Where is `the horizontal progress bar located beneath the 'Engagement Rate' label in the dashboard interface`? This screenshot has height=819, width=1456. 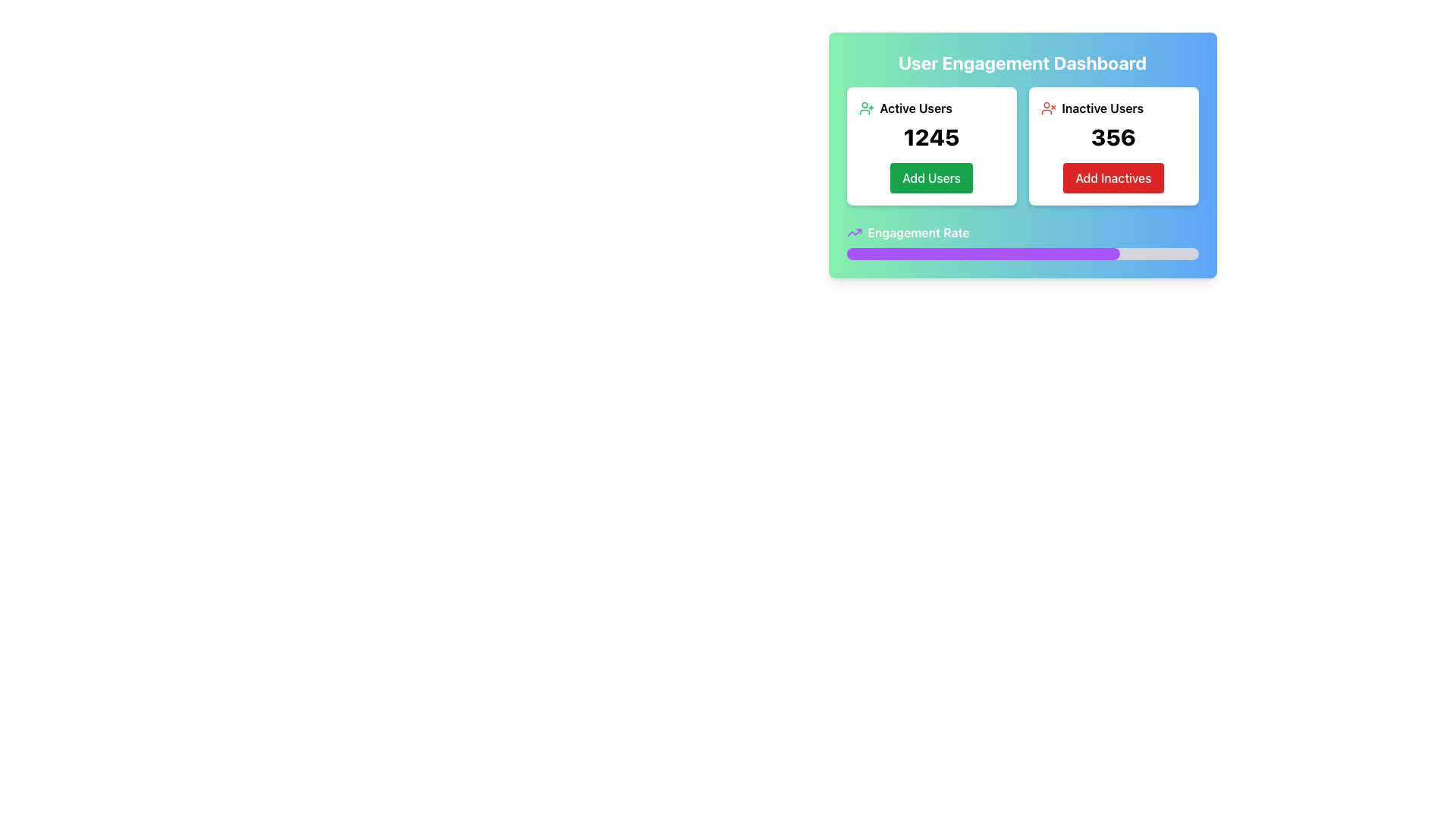
the horizontal progress bar located beneath the 'Engagement Rate' label in the dashboard interface is located at coordinates (1022, 253).